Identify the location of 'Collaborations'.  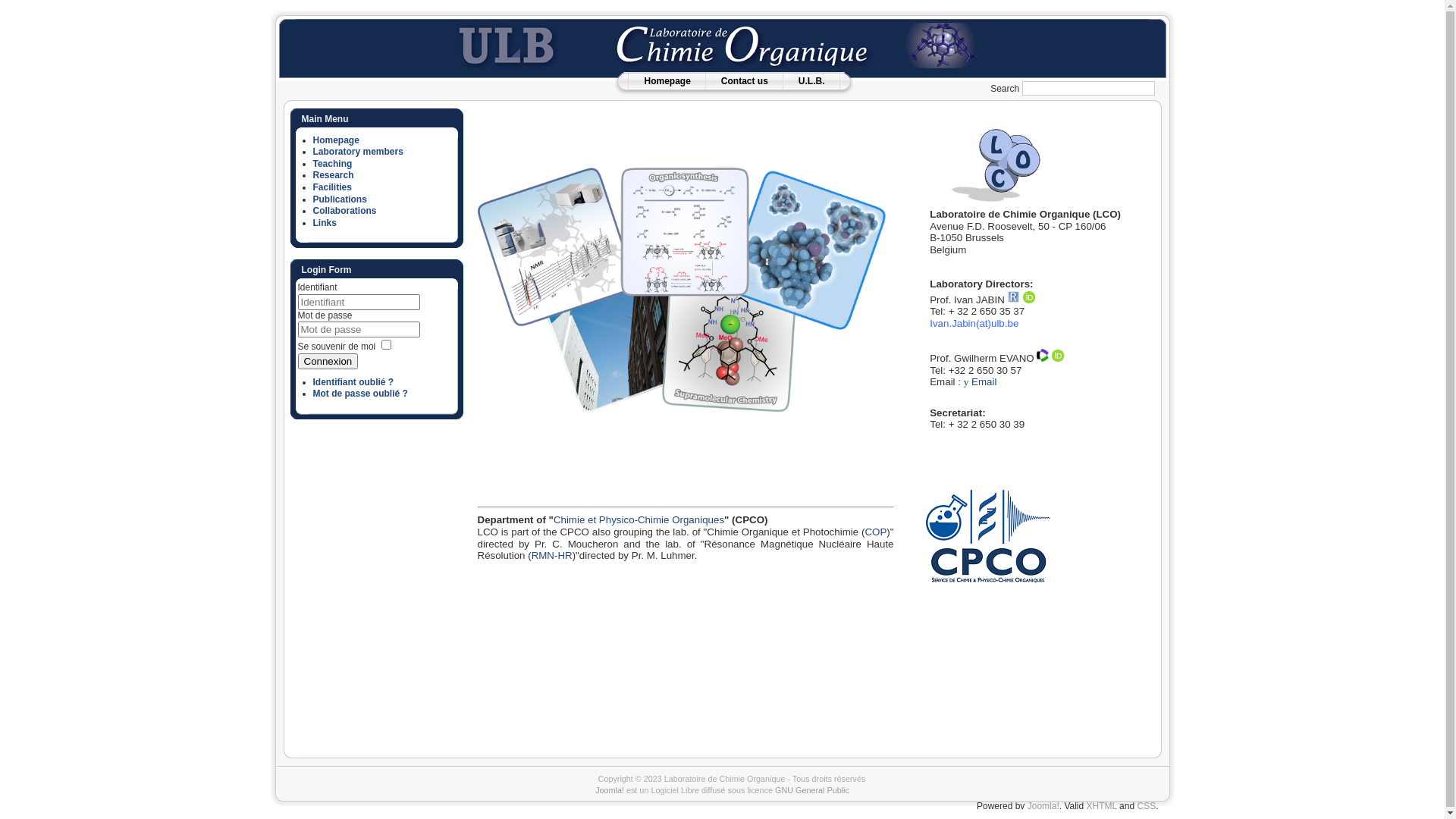
(344, 210).